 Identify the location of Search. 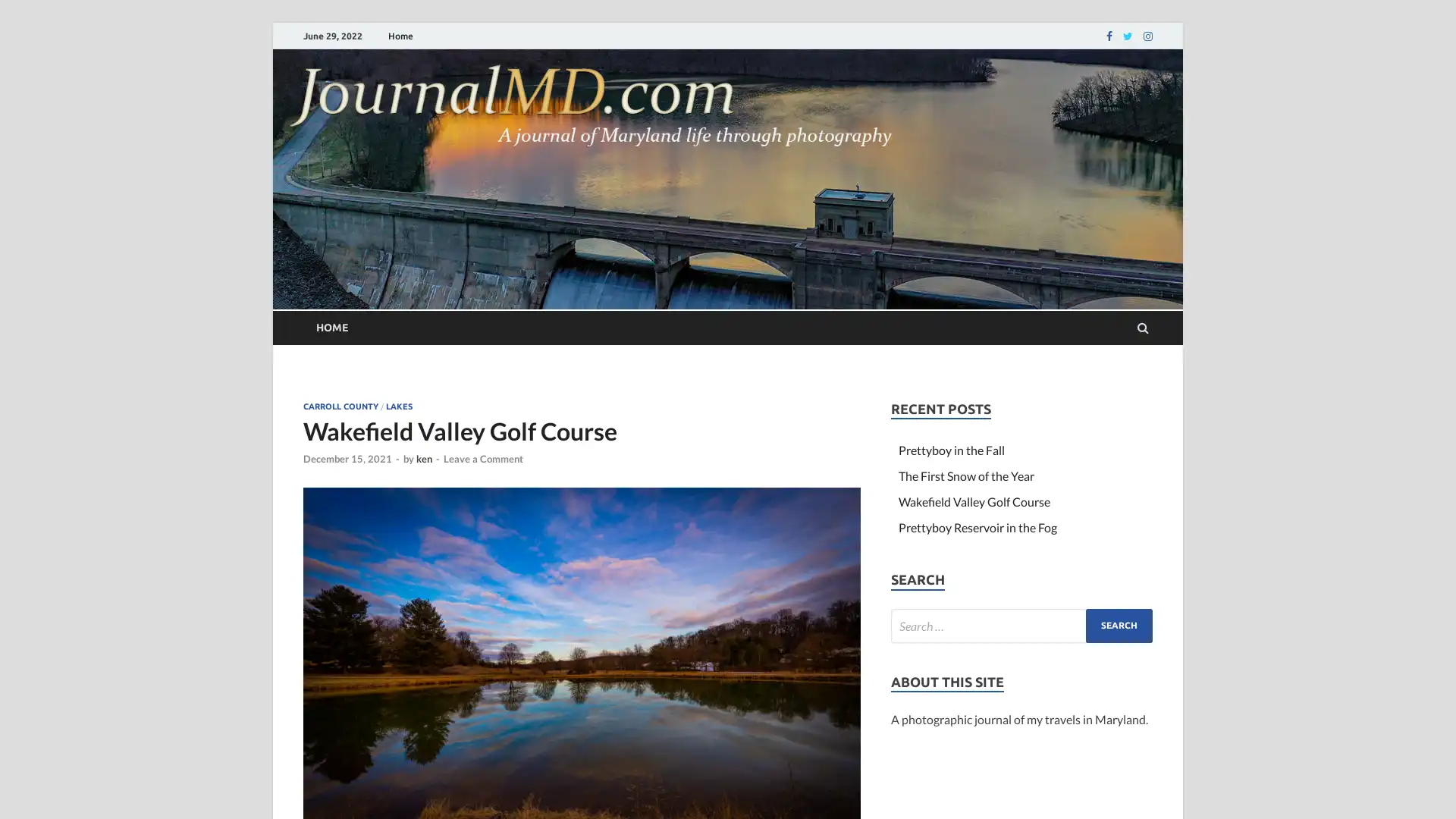
(1119, 625).